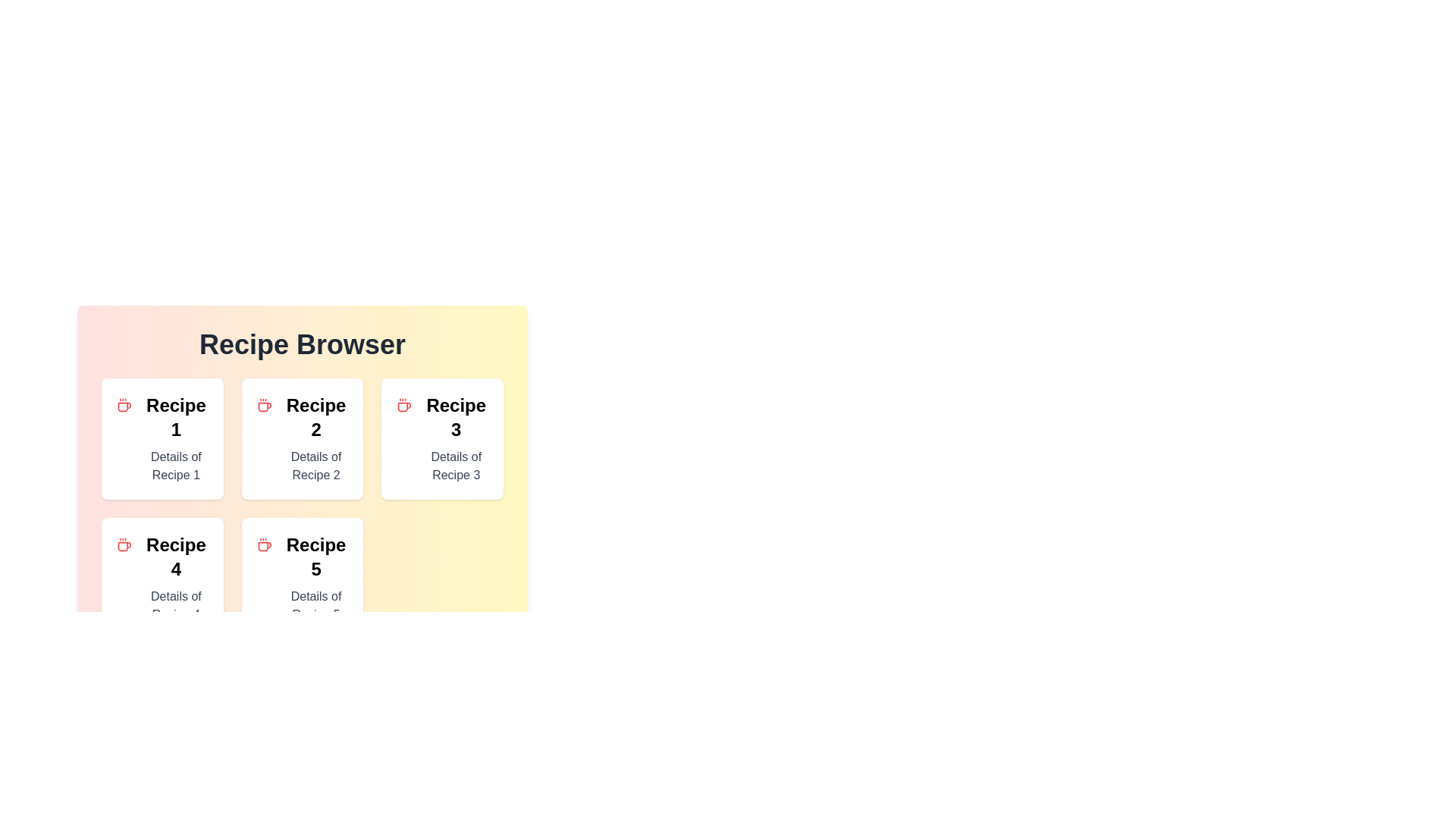 Image resolution: width=1456 pixels, height=819 pixels. I want to click on the text display element for 'Recipe 1' in the recipe browser, which provides a title and details about the recipe, so click(176, 438).